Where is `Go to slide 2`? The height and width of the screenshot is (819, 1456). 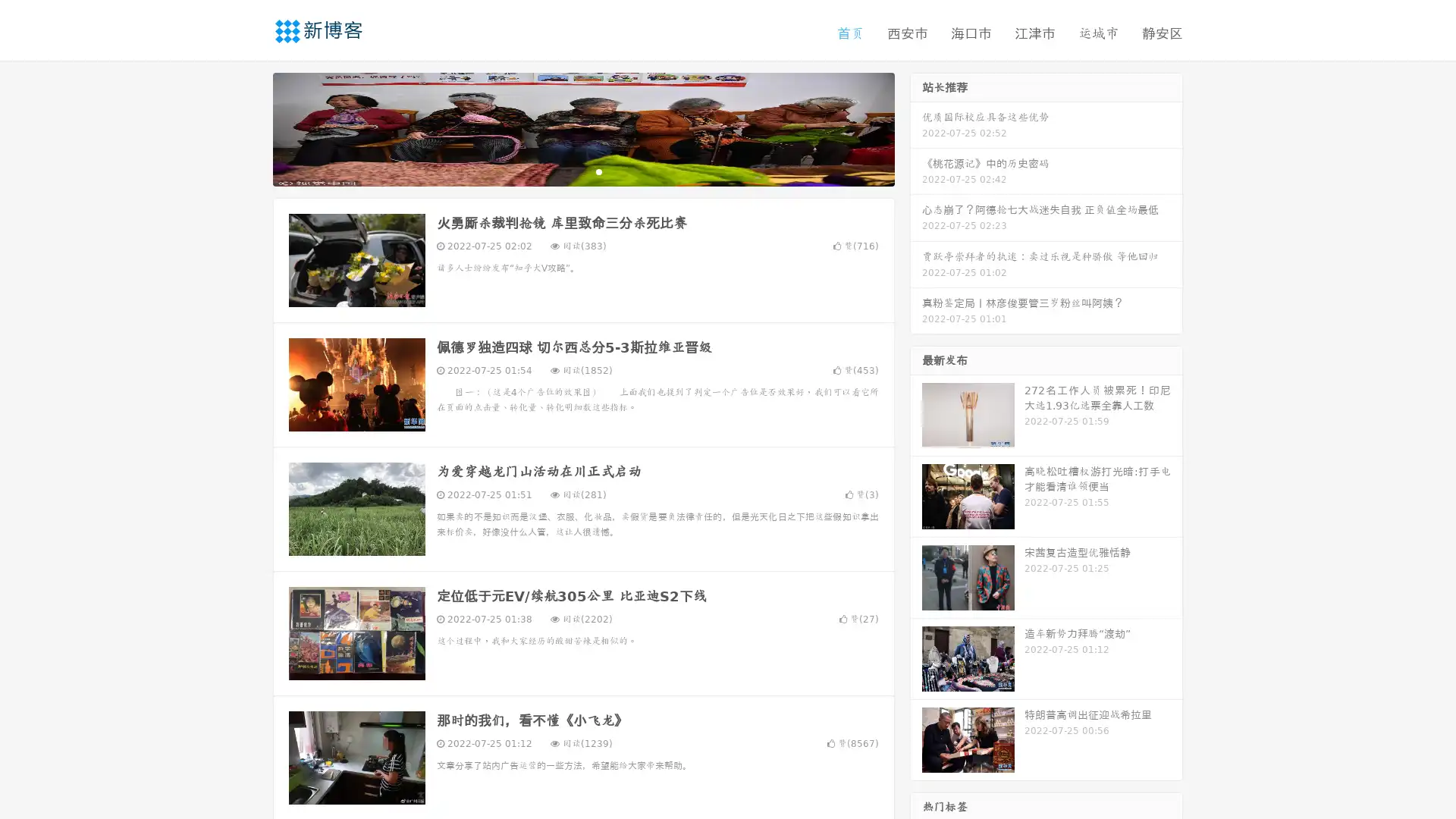 Go to slide 2 is located at coordinates (582, 171).